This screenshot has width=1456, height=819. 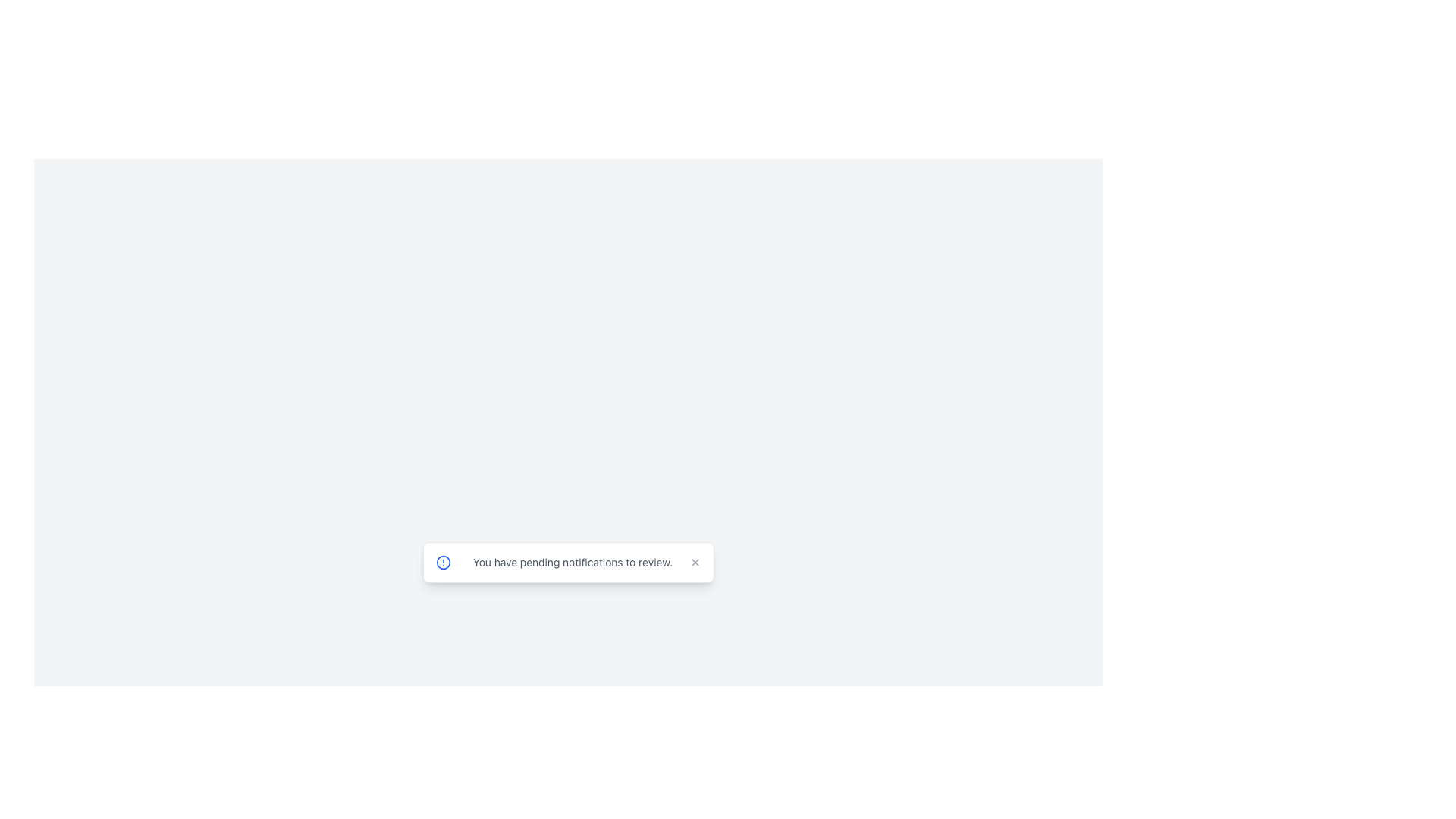 What do you see at coordinates (567, 562) in the screenshot?
I see `the Notification Banner that displays 'You have pending notifications to review.' to potentially reveal additional information` at bounding box center [567, 562].